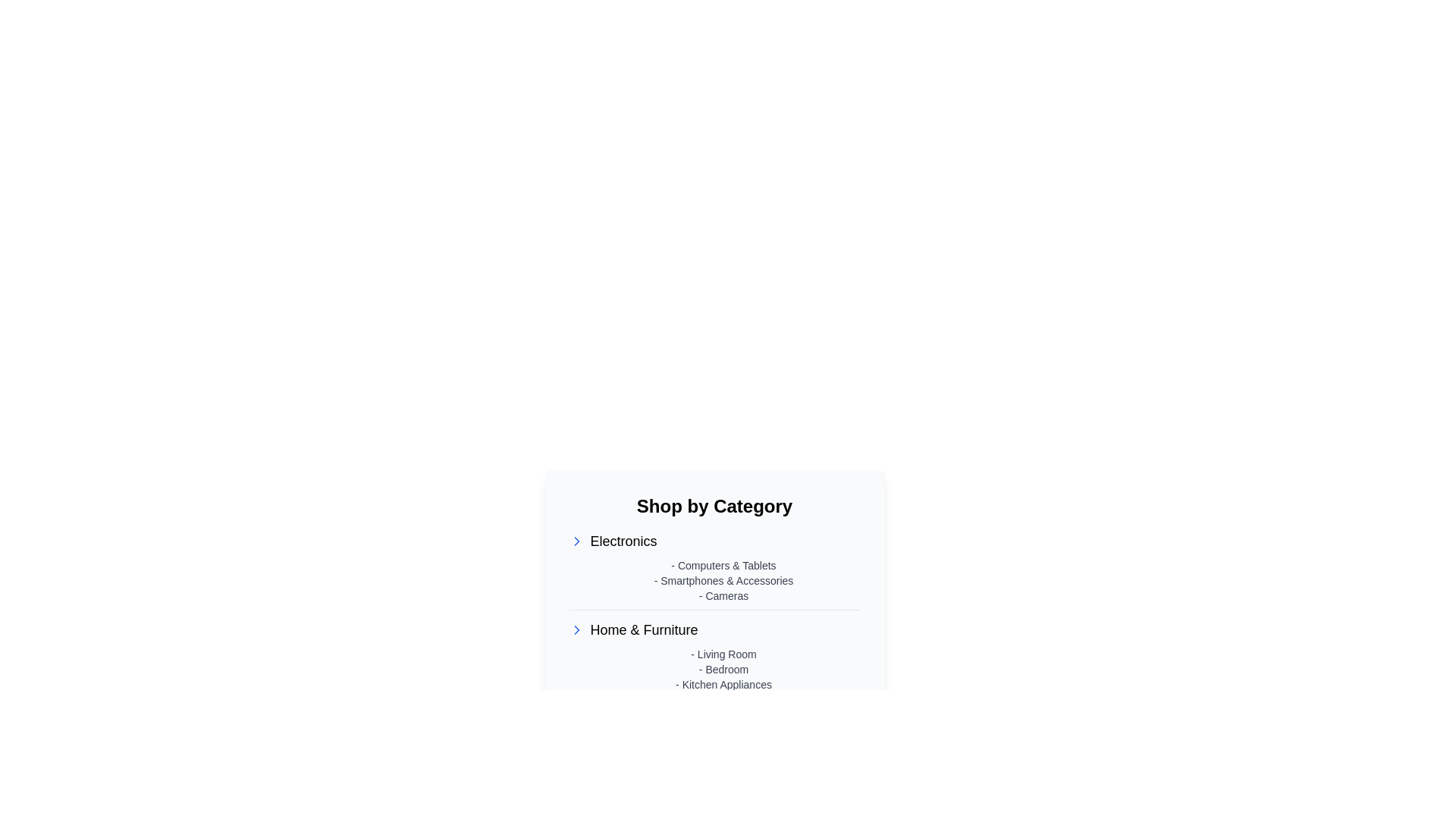  Describe the element at coordinates (723, 654) in the screenshot. I see `the 'Living Room' text label, which is the first item in the list under the 'Home & Furniture' category located below the 'Electronics' category` at that location.